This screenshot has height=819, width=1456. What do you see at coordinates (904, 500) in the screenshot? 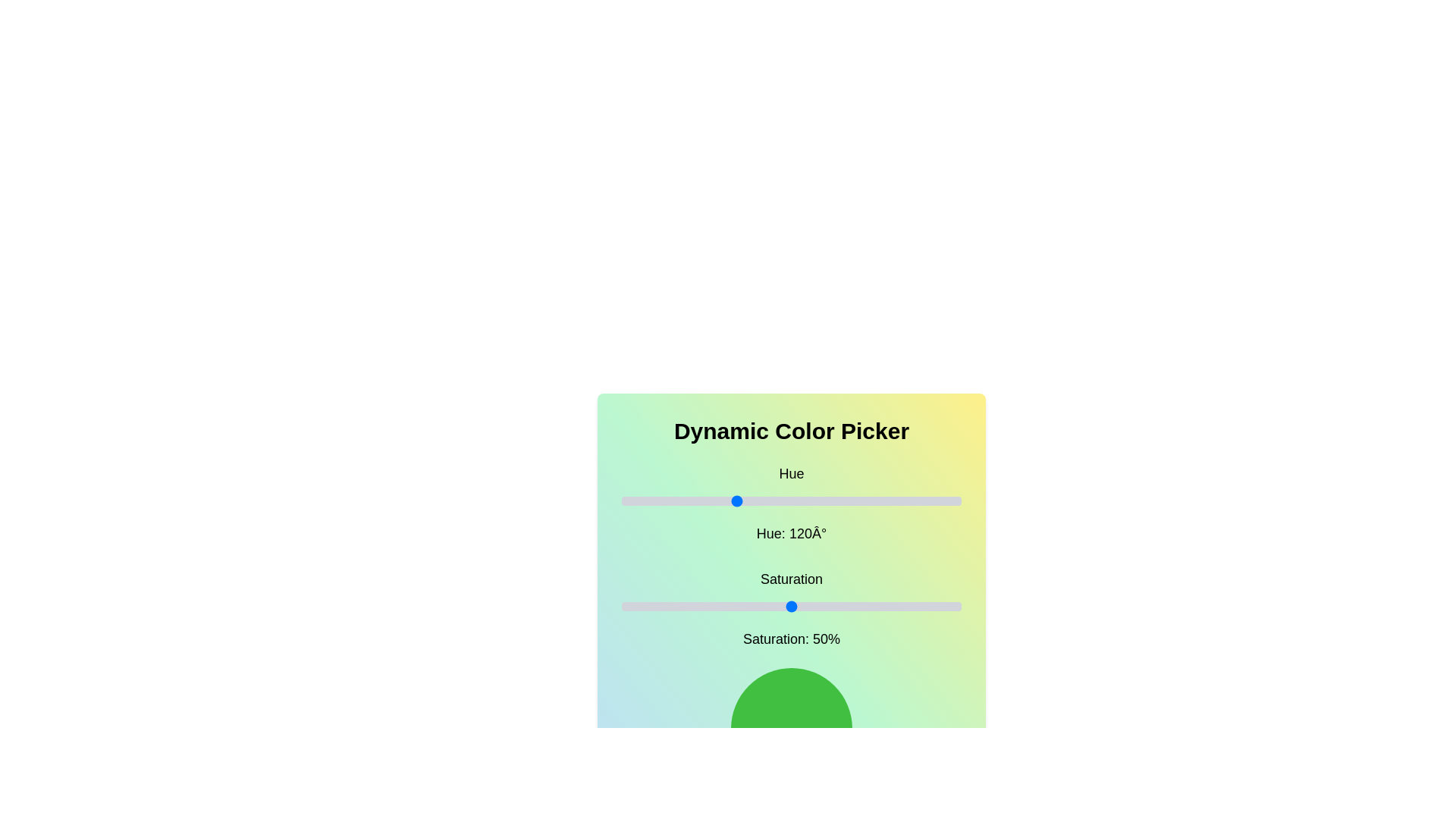
I see `the hue slider to set the hue to 299` at bounding box center [904, 500].